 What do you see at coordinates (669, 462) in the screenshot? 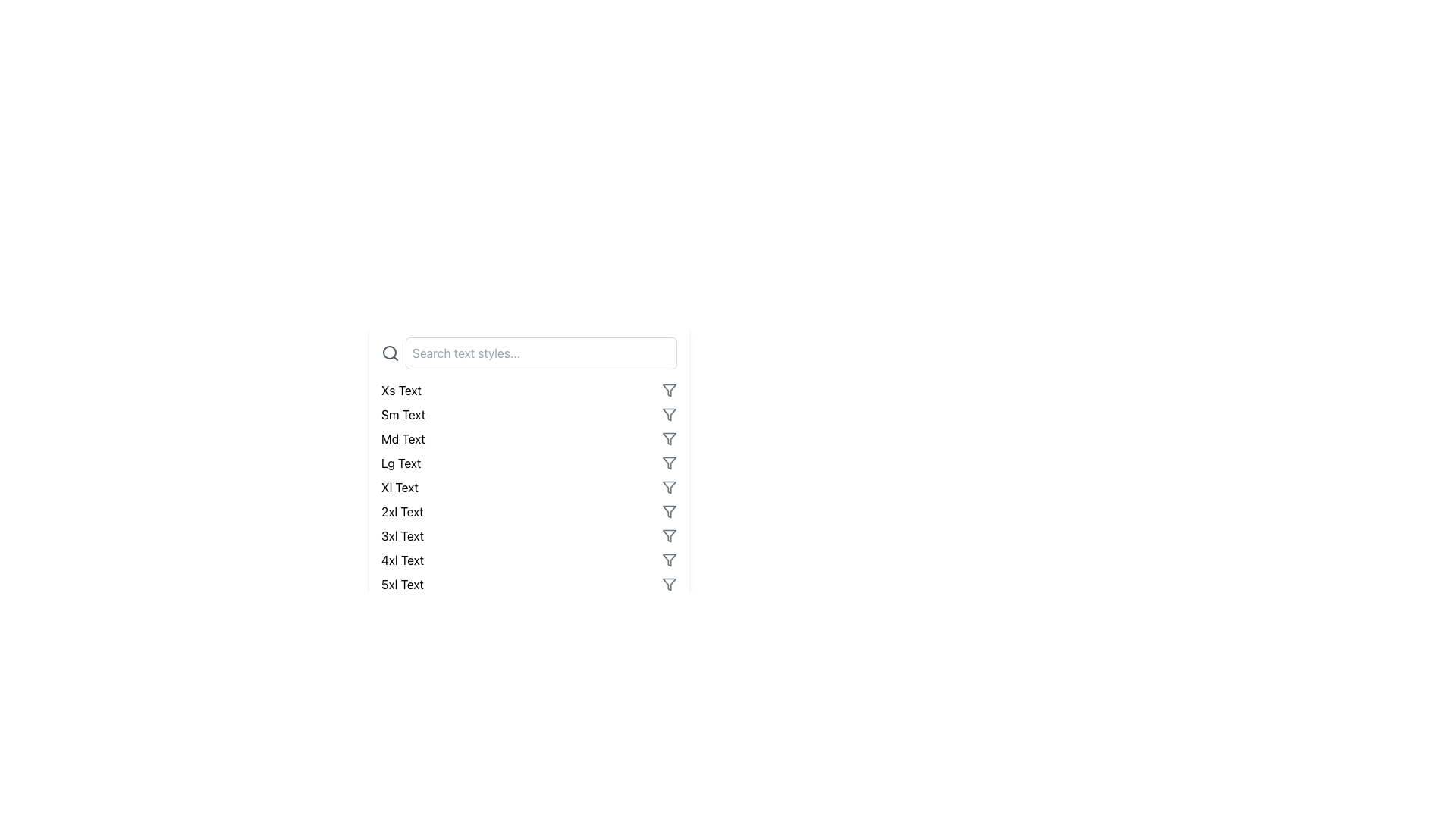
I see `the triangular filter icon on the right-hand side of the 'Lg Text' list item` at bounding box center [669, 462].